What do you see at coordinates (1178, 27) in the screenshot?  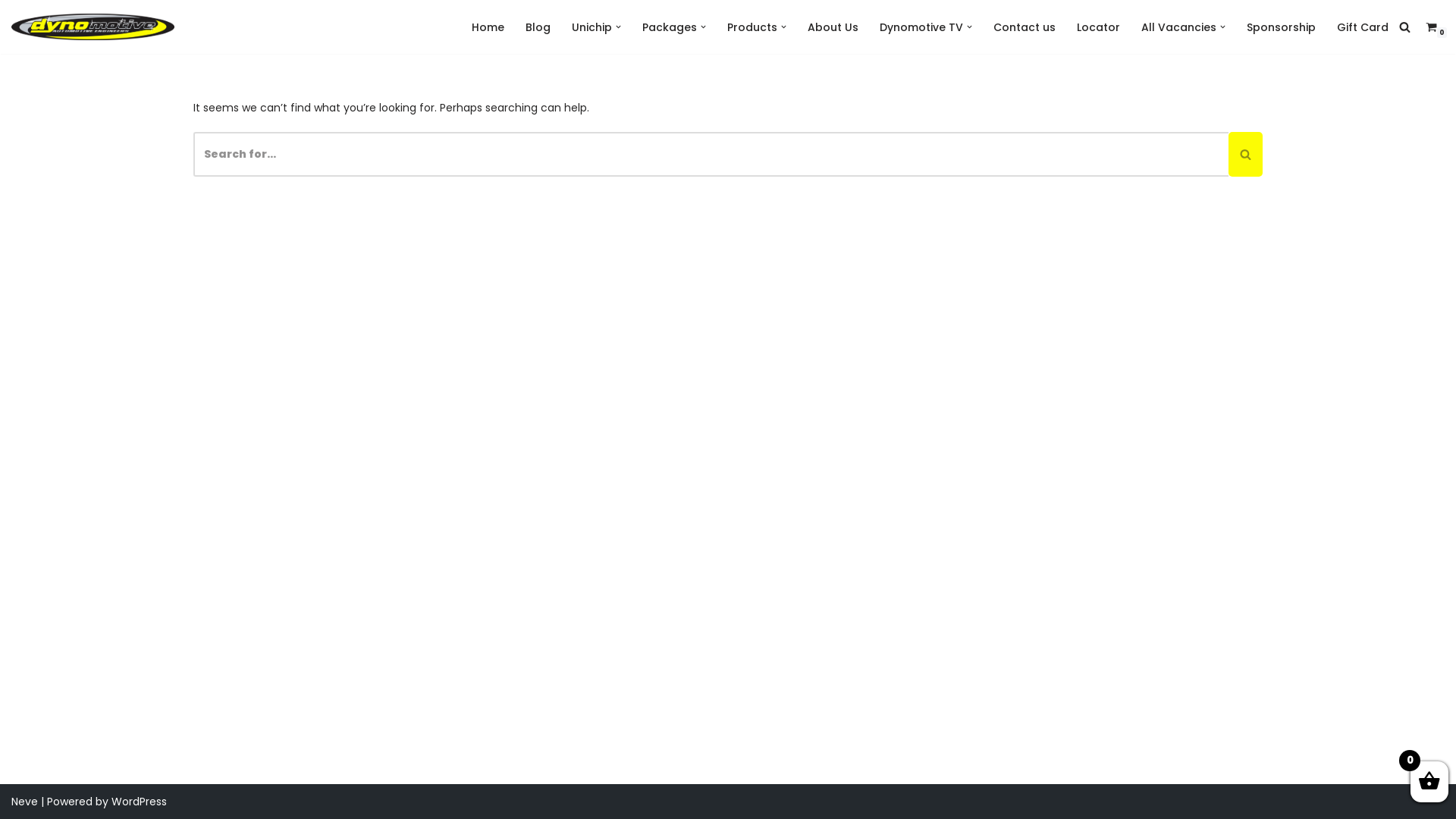 I see `'All Vacancies'` at bounding box center [1178, 27].